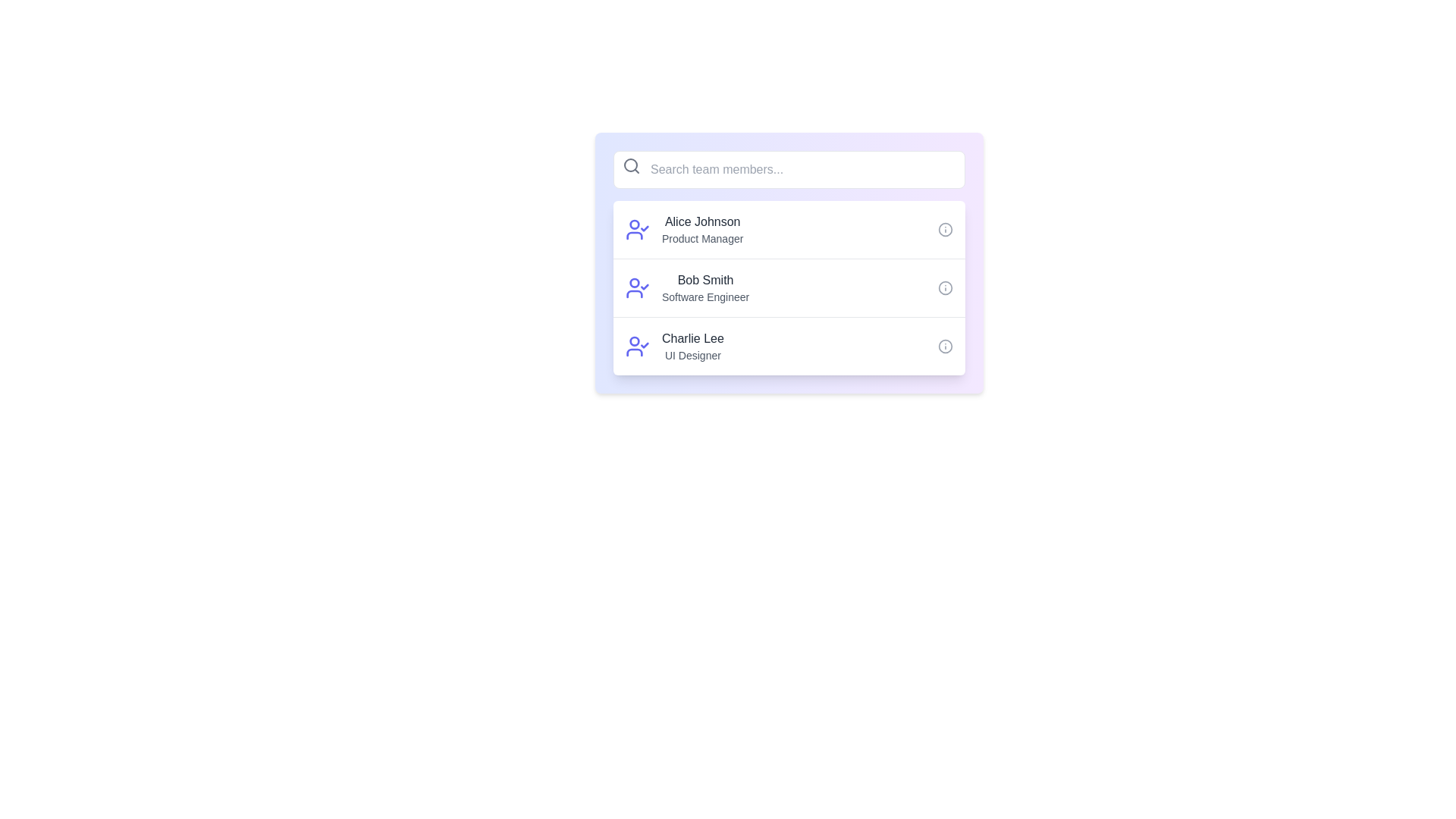  What do you see at coordinates (637, 288) in the screenshot?
I see `the SVG icon representing a user with a checkmark, styled with a purple outline, which is located to the left of the text 'Bob Smith'` at bounding box center [637, 288].